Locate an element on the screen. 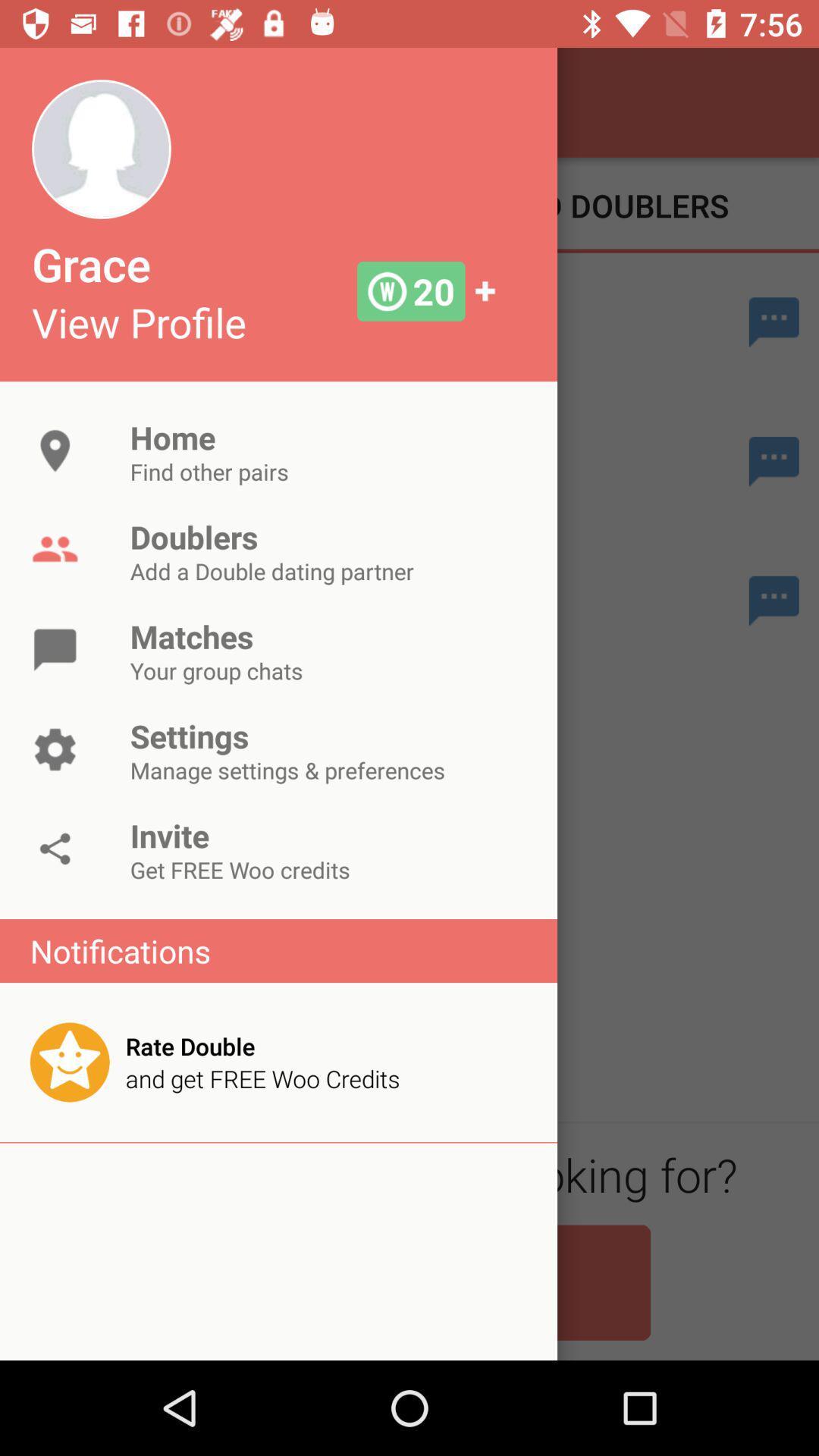 This screenshot has width=819, height=1456. icon left to matches is located at coordinates (55, 650).